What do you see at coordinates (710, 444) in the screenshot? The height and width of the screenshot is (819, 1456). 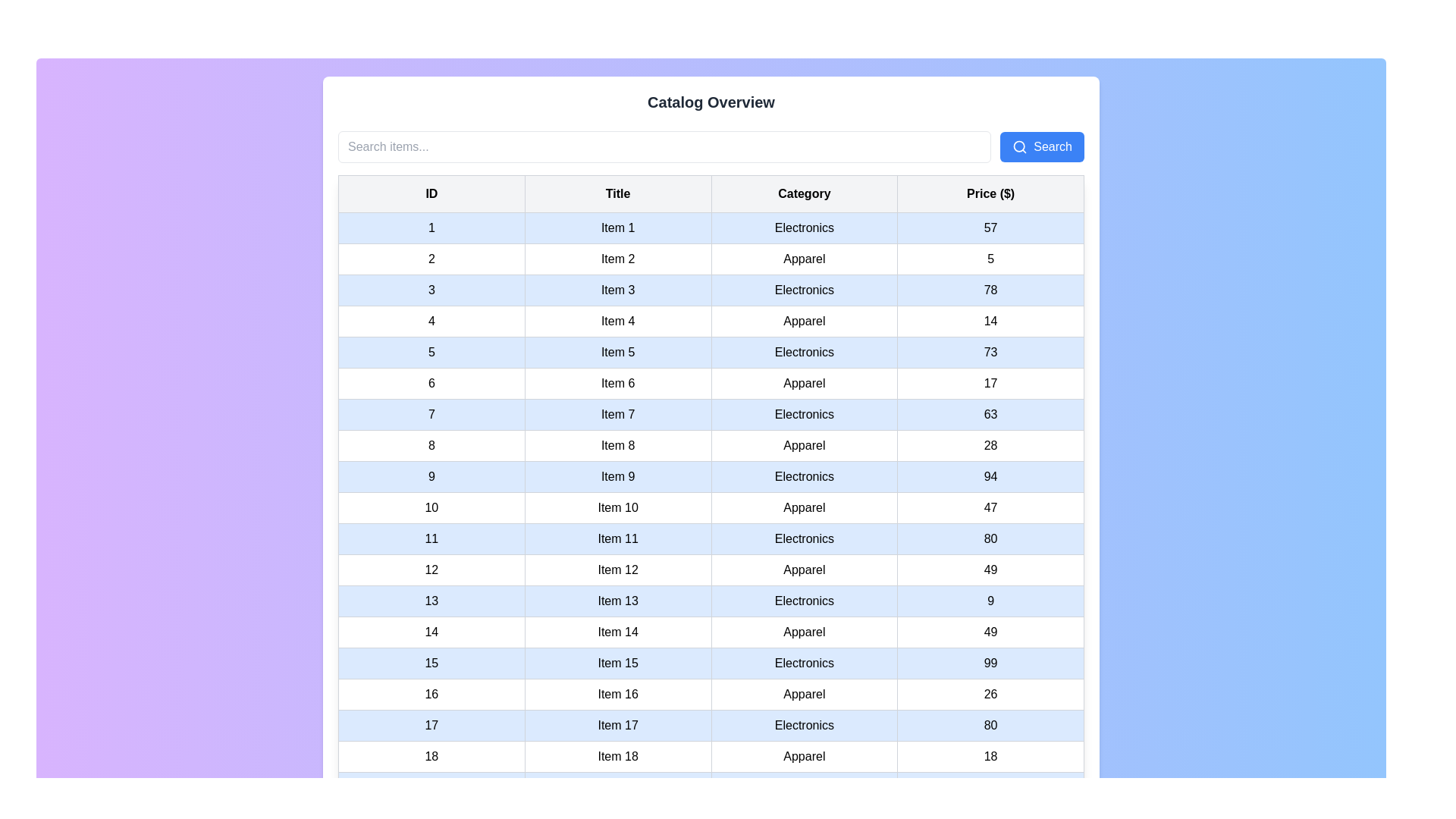 I see `the non-interactive data row in the eighth row of the table that presents details about 'Item 8', which includes columns for 'ID', 'Title', 'Category', and 'Price ($)'` at bounding box center [710, 444].